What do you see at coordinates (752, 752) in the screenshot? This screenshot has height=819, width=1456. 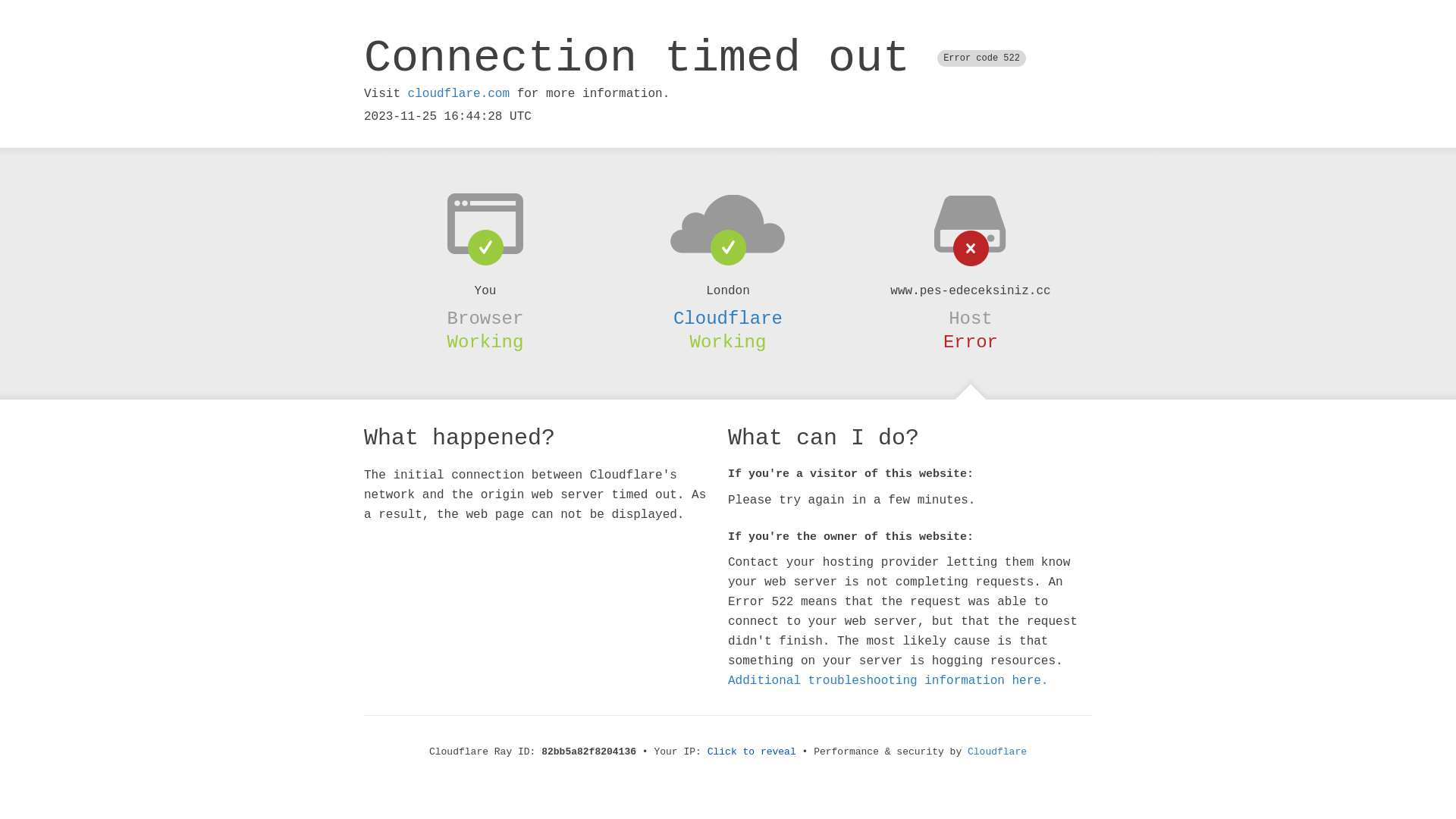 I see `'Click to reveal'` at bounding box center [752, 752].